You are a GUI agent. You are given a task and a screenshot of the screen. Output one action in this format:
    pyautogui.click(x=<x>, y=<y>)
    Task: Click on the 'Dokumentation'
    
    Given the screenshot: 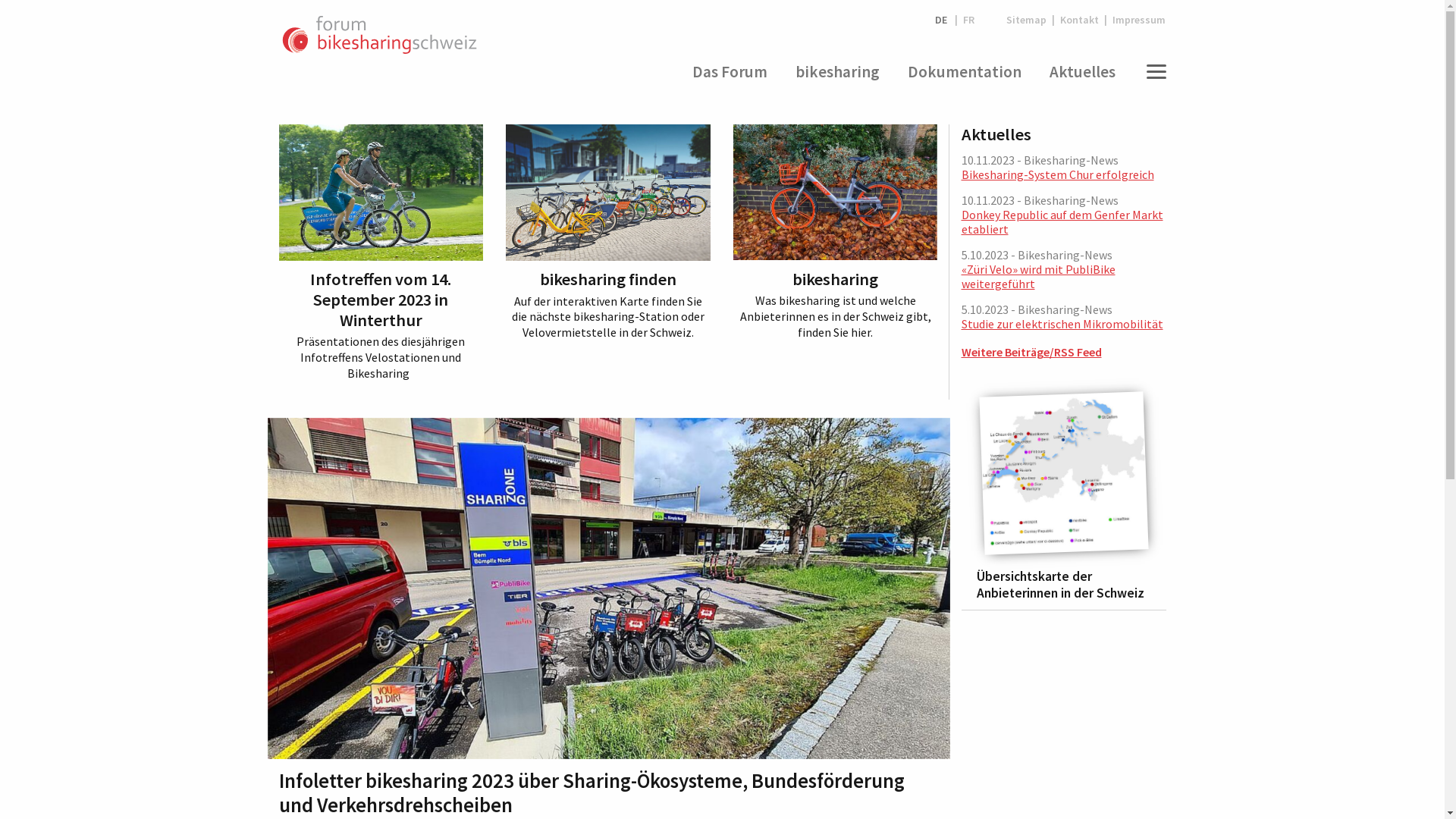 What is the action you would take?
    pyautogui.click(x=963, y=72)
    